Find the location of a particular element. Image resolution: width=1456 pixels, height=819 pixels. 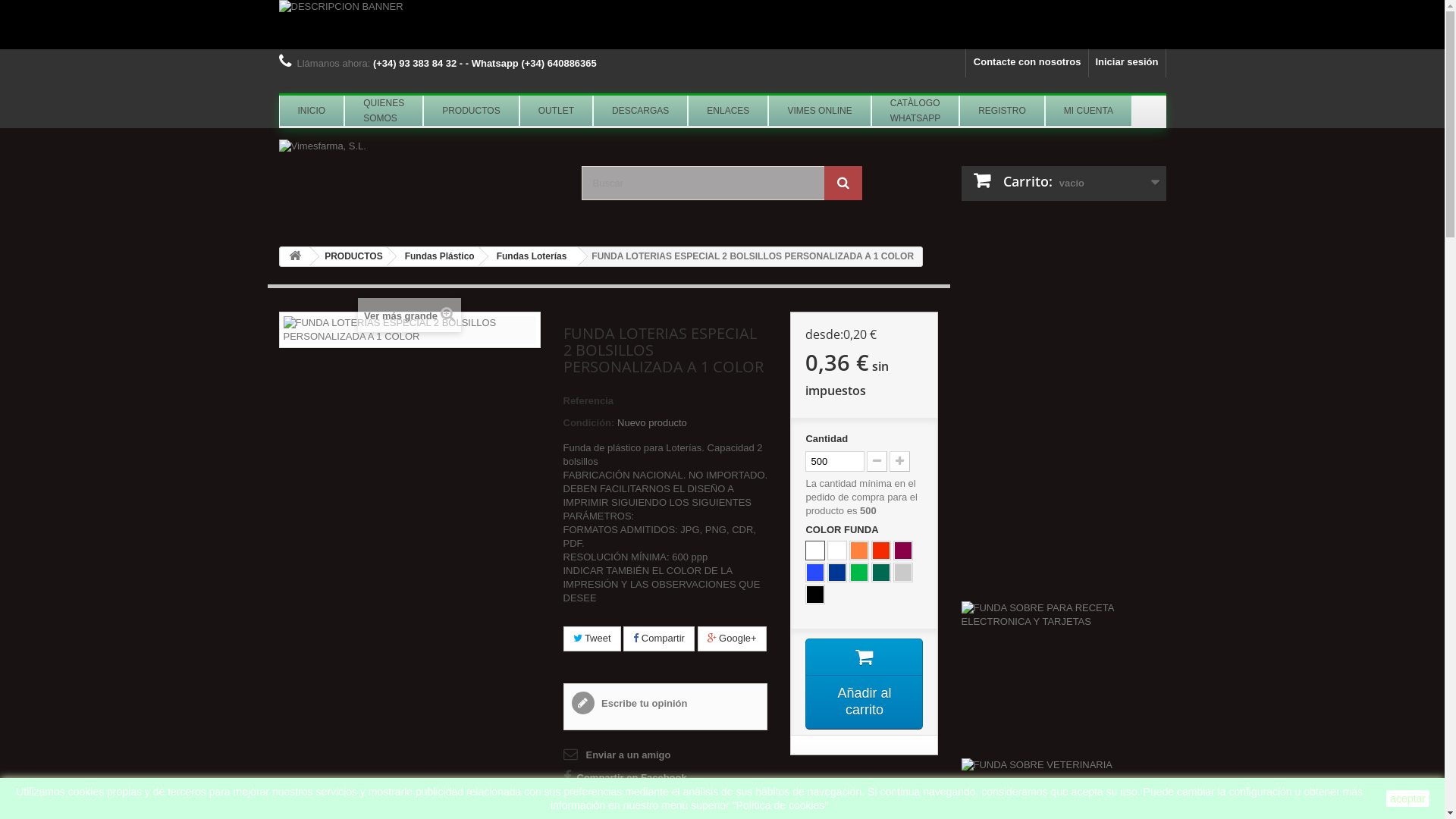

'GRIS PLATA' is located at coordinates (902, 573).